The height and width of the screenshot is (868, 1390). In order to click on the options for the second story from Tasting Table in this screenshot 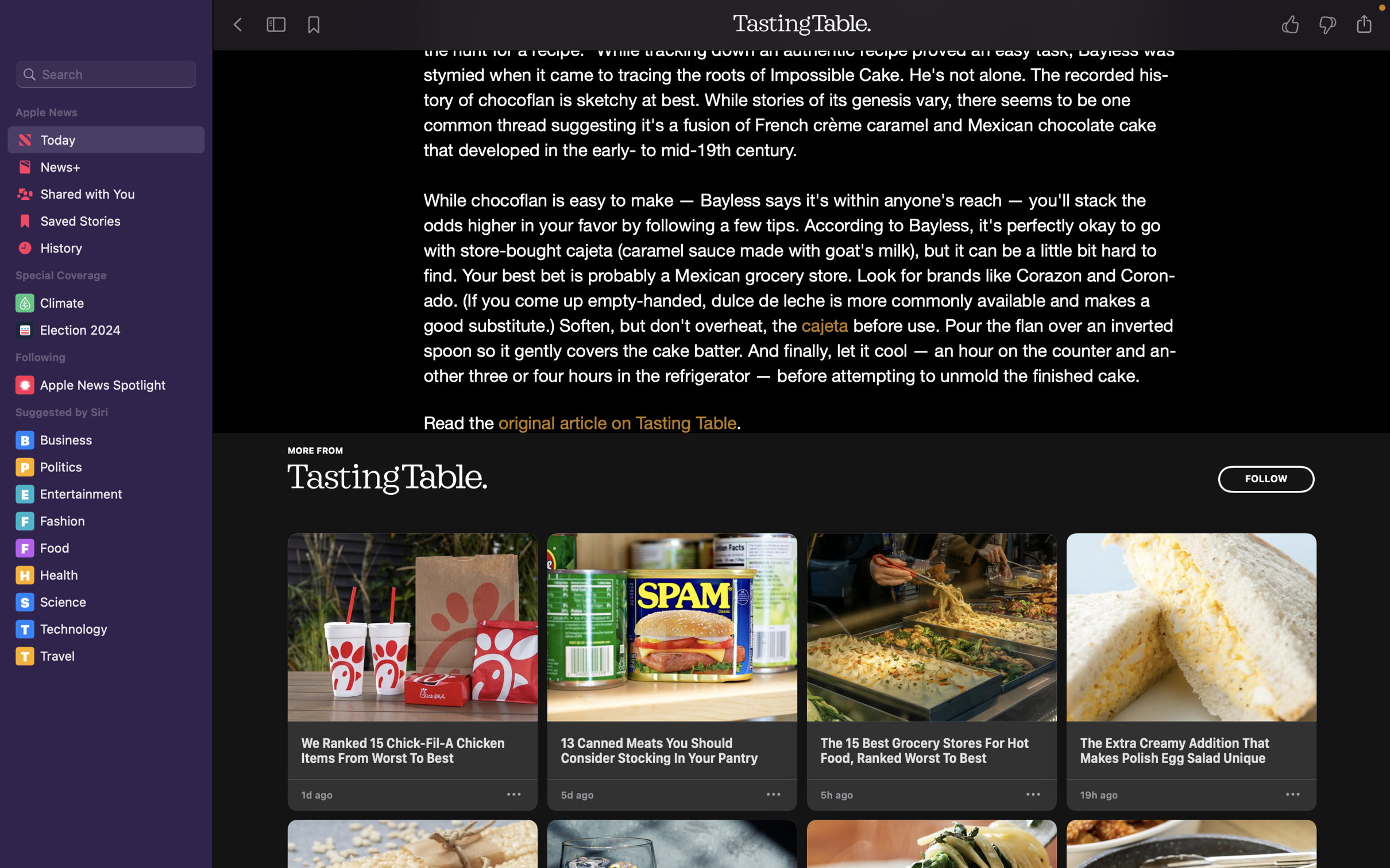, I will do `click(774, 795)`.